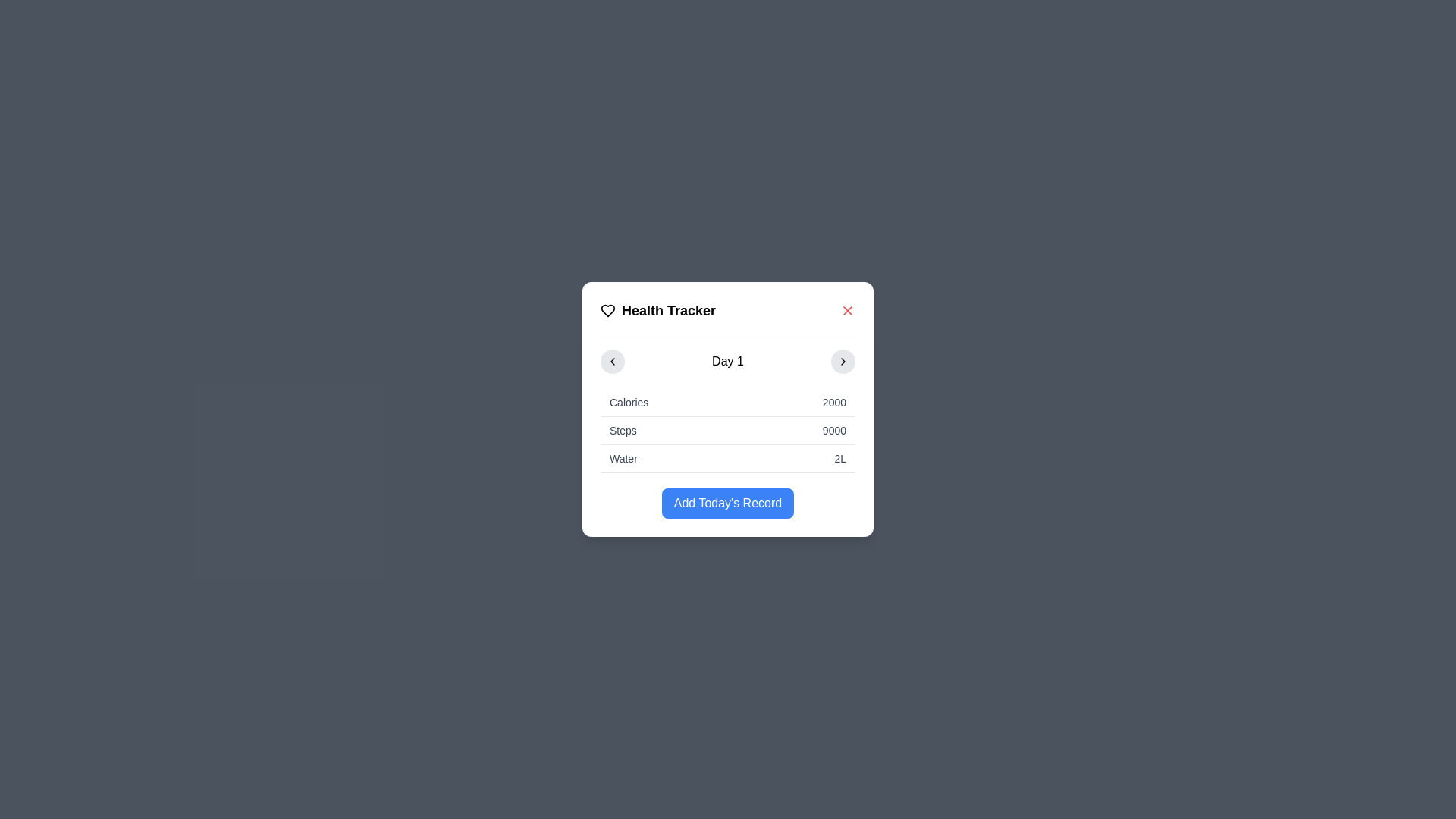  I want to click on the Close button (X icon) located in the top-right corner of the 'Health Tracker' card, so click(847, 309).